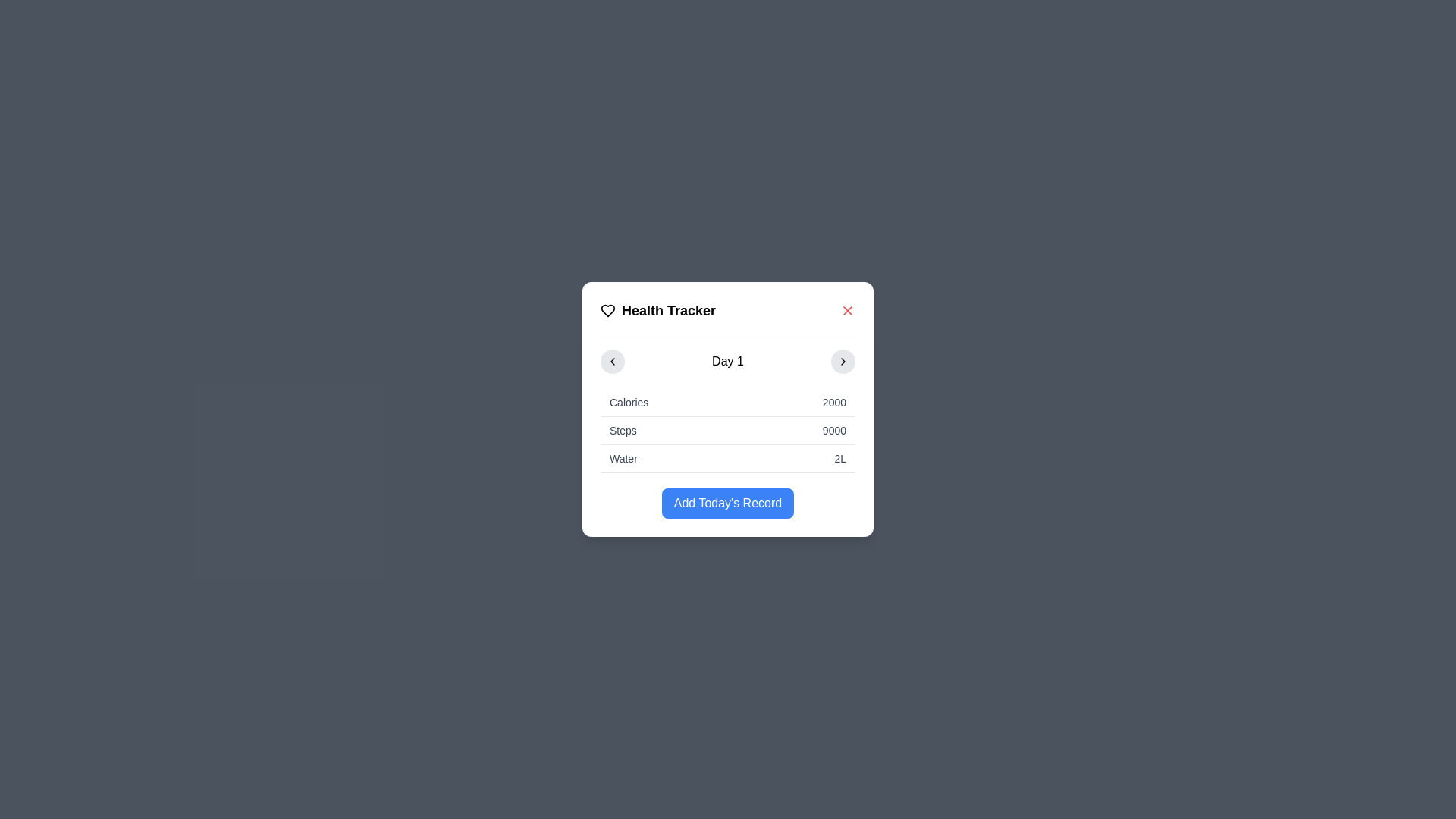  I want to click on the Close button (X icon) located in the top-right corner of the 'Health Tracker' card, so click(847, 309).